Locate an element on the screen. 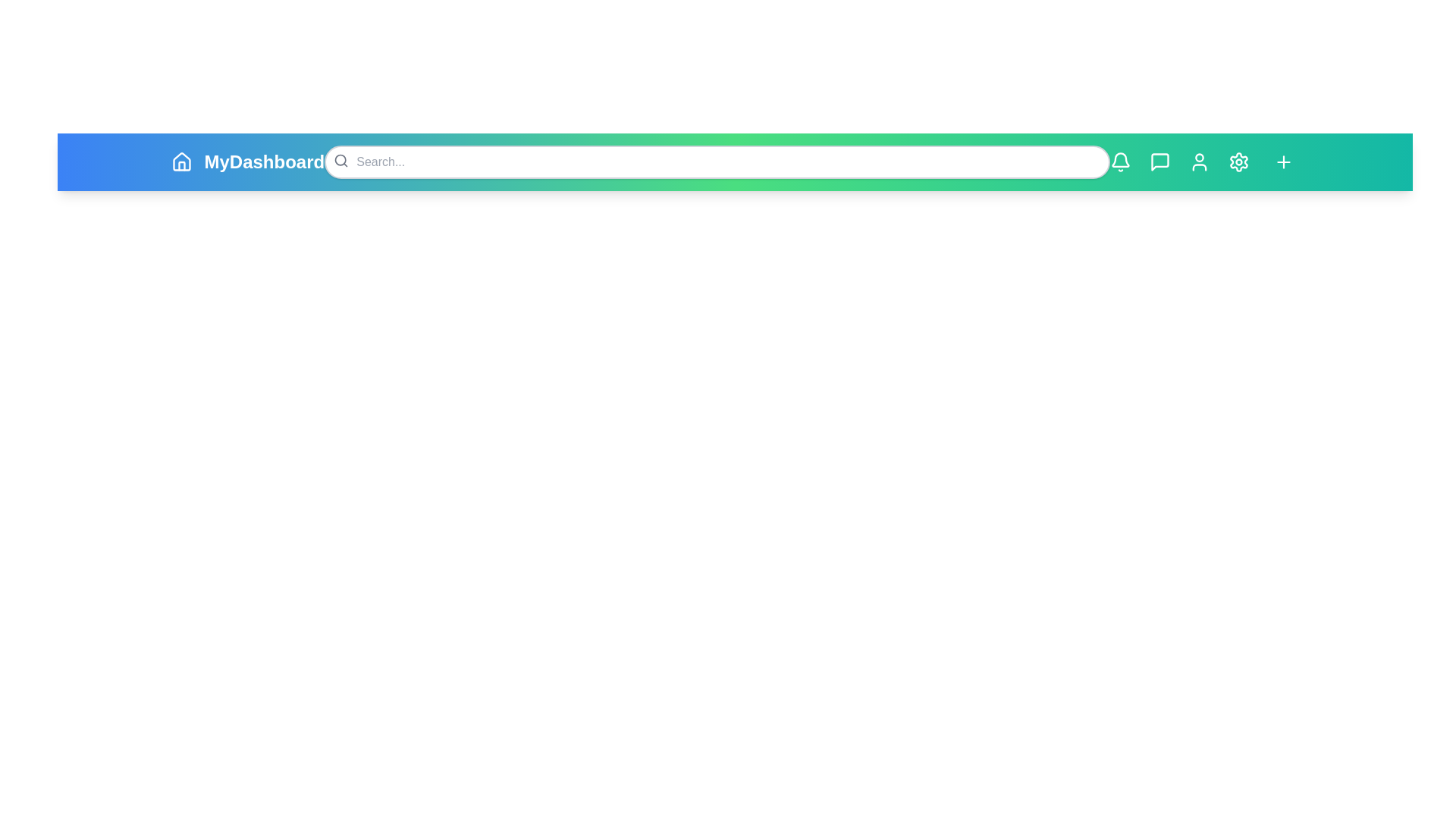 This screenshot has height=819, width=1456. the home icon to navigate to the home page is located at coordinates (181, 162).